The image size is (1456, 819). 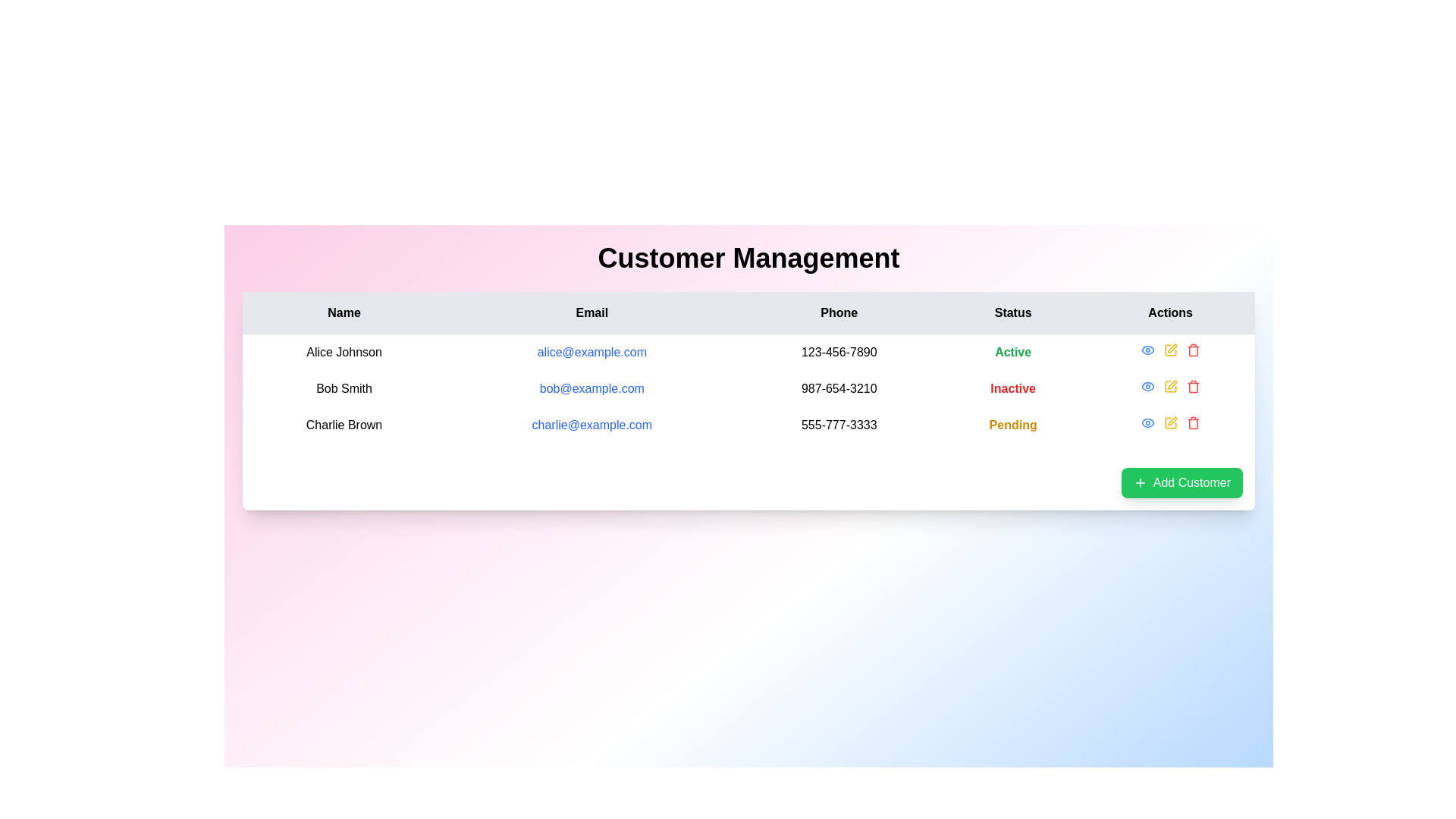 I want to click on the text element displaying the phone number '123-456-7890' located in the 'Phone' column of the user details table, so click(x=838, y=353).